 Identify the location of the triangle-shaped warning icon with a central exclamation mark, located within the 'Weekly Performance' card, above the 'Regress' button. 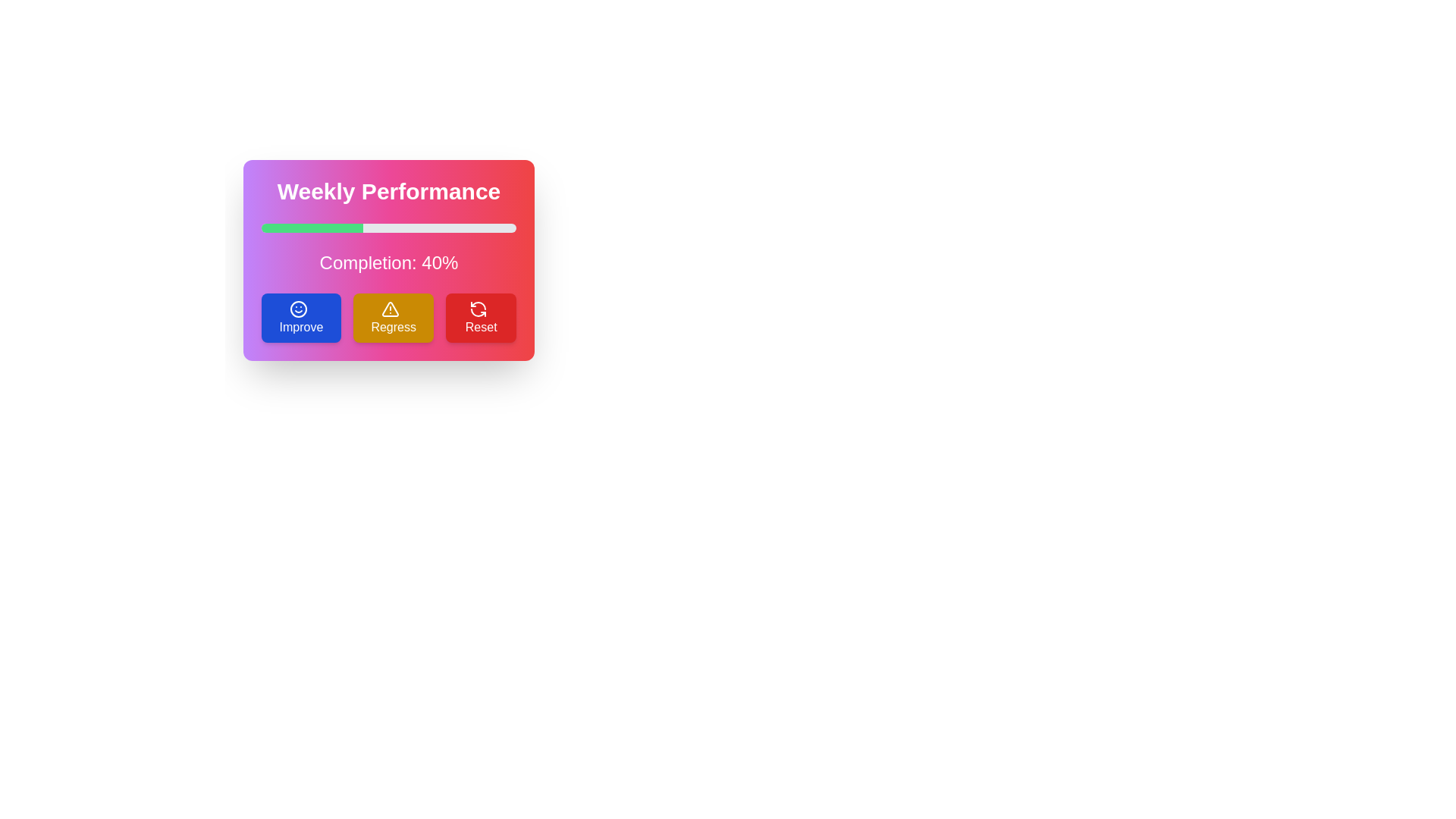
(391, 308).